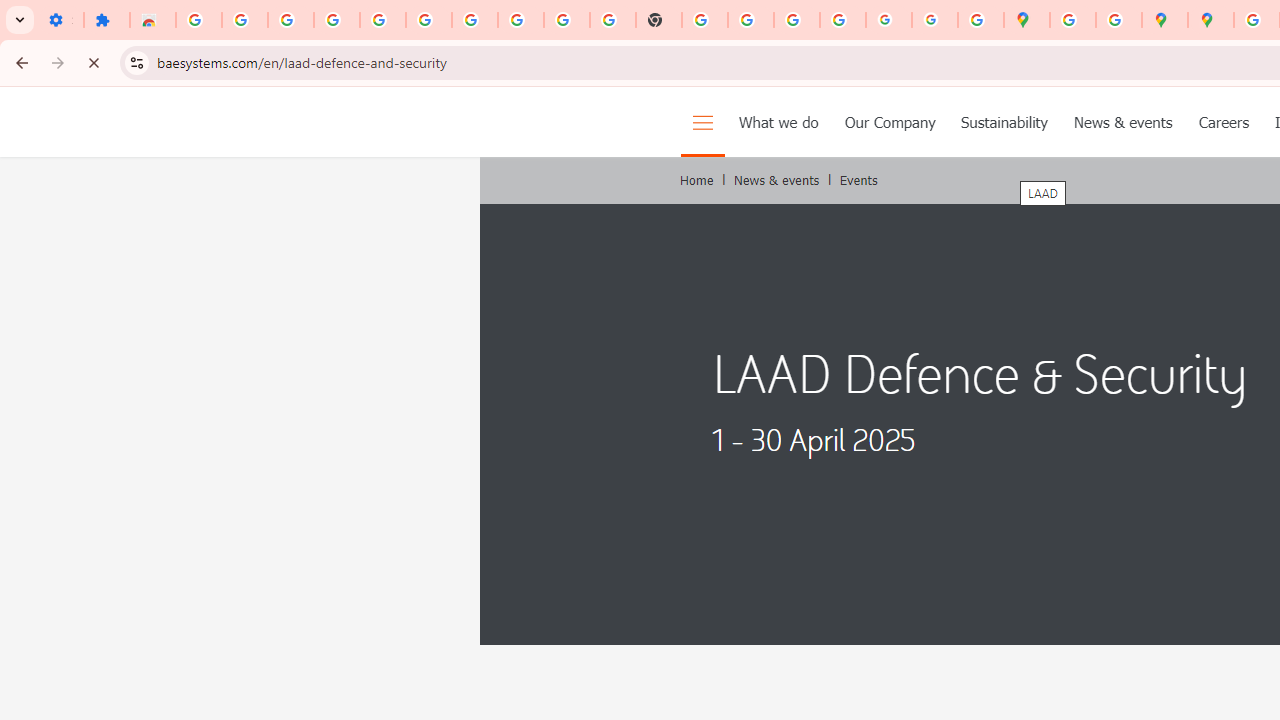 The height and width of the screenshot is (720, 1280). I want to click on 'Sustainability', so click(1004, 122).